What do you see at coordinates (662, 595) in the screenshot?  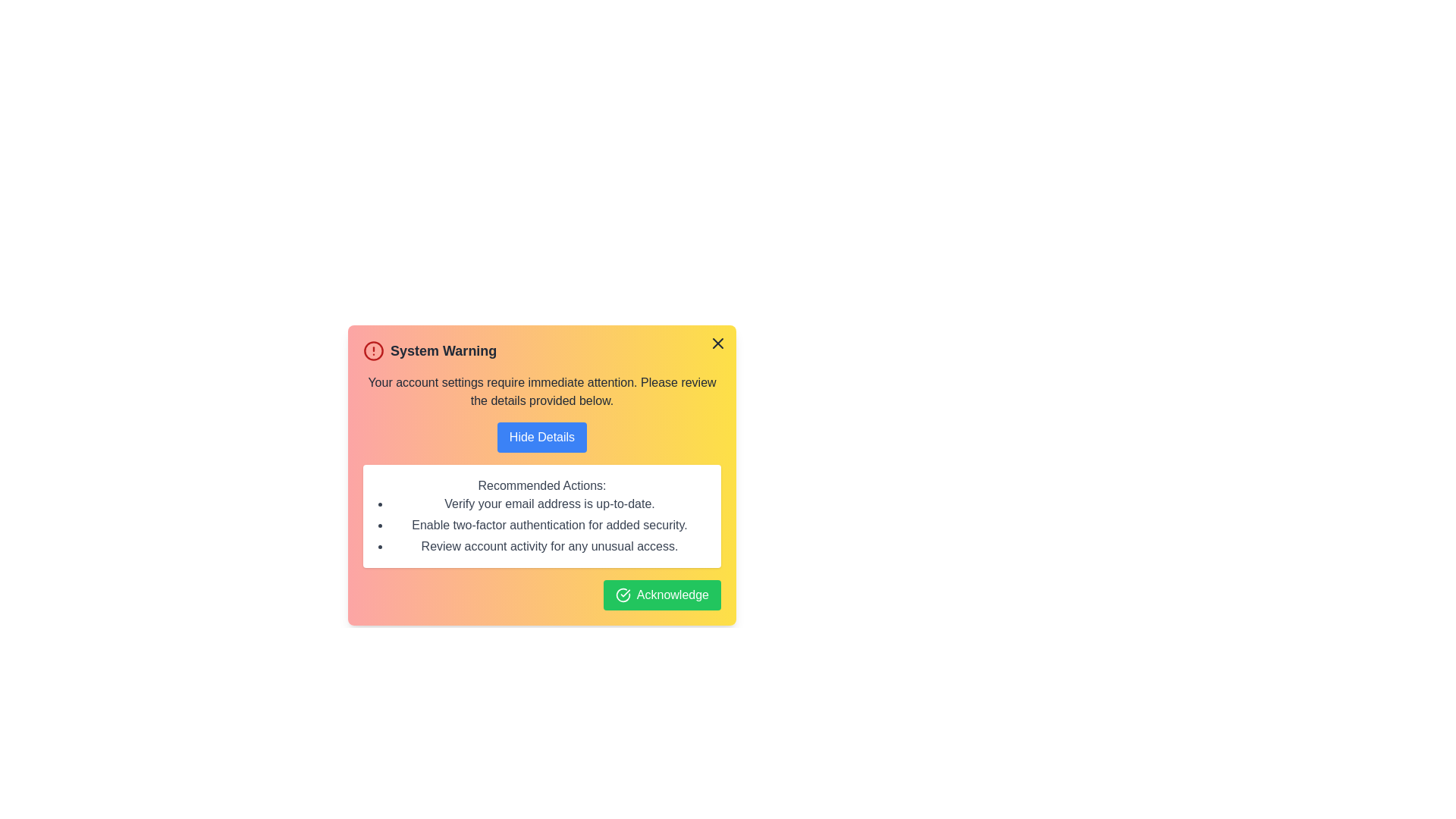 I see `the 'Acknowledge' button to confirm the warning message` at bounding box center [662, 595].